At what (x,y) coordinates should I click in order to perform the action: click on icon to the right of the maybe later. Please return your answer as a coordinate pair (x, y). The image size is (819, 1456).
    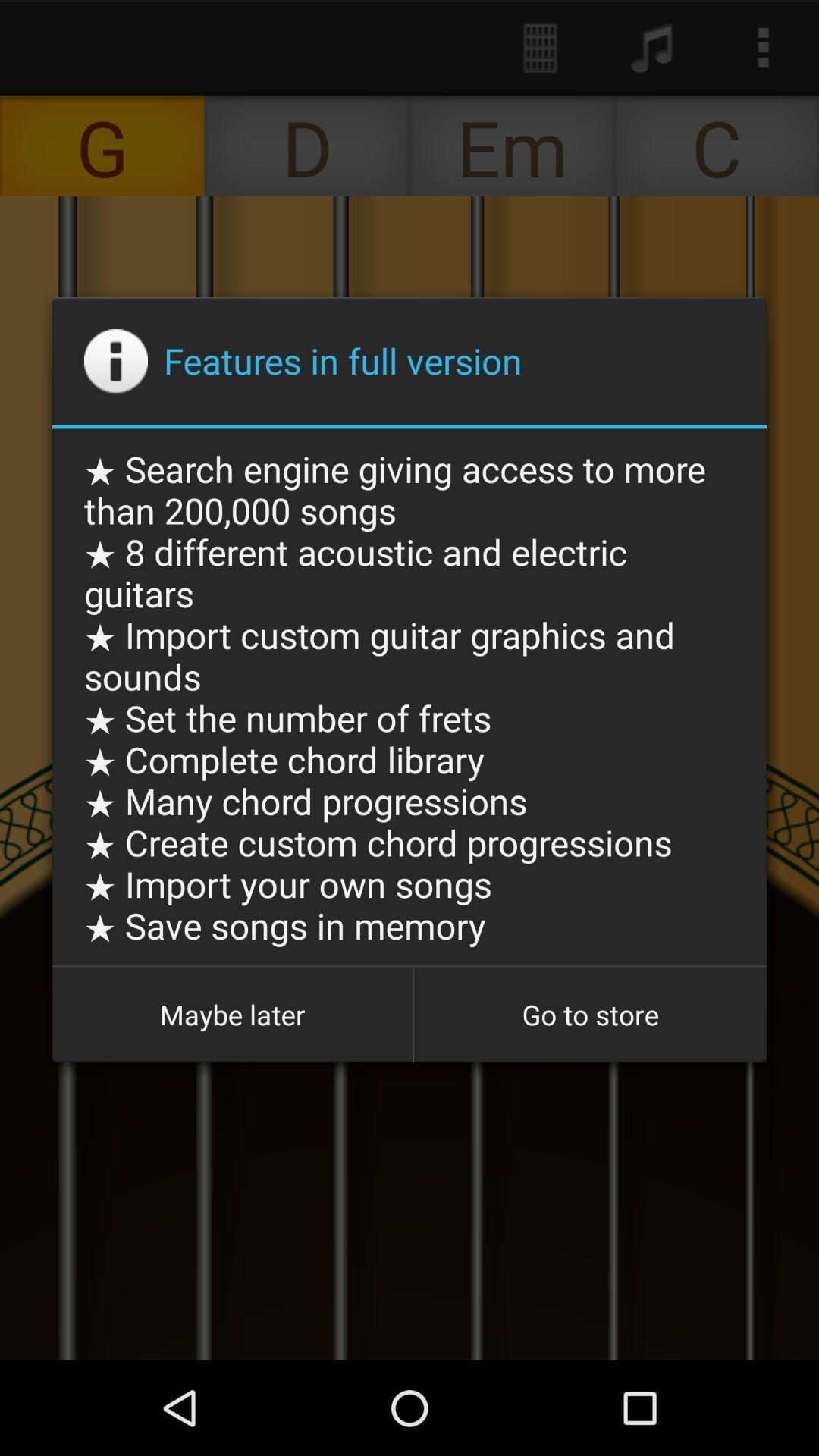
    Looking at the image, I should click on (589, 1015).